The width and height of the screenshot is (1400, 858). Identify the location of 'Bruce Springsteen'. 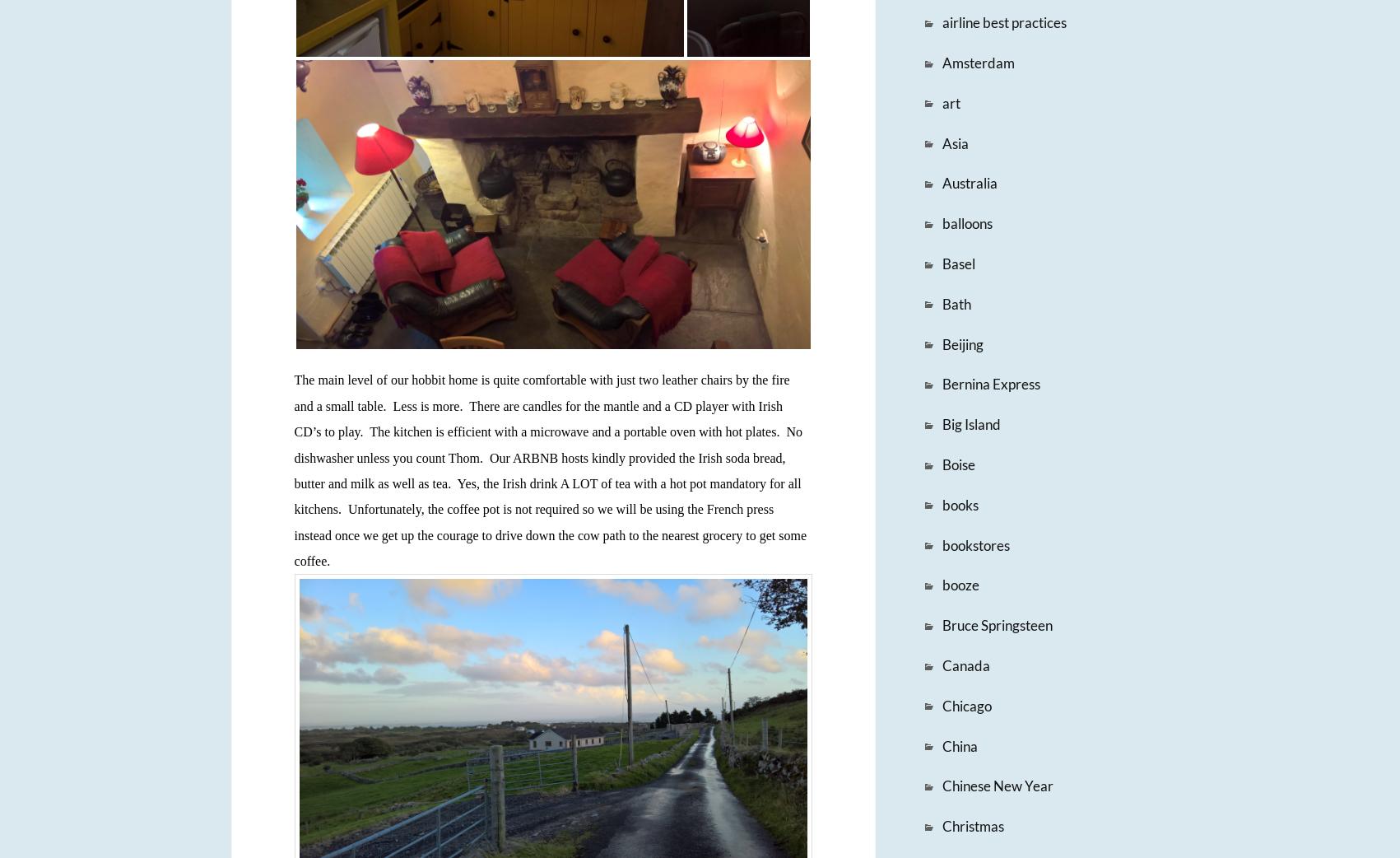
(995, 624).